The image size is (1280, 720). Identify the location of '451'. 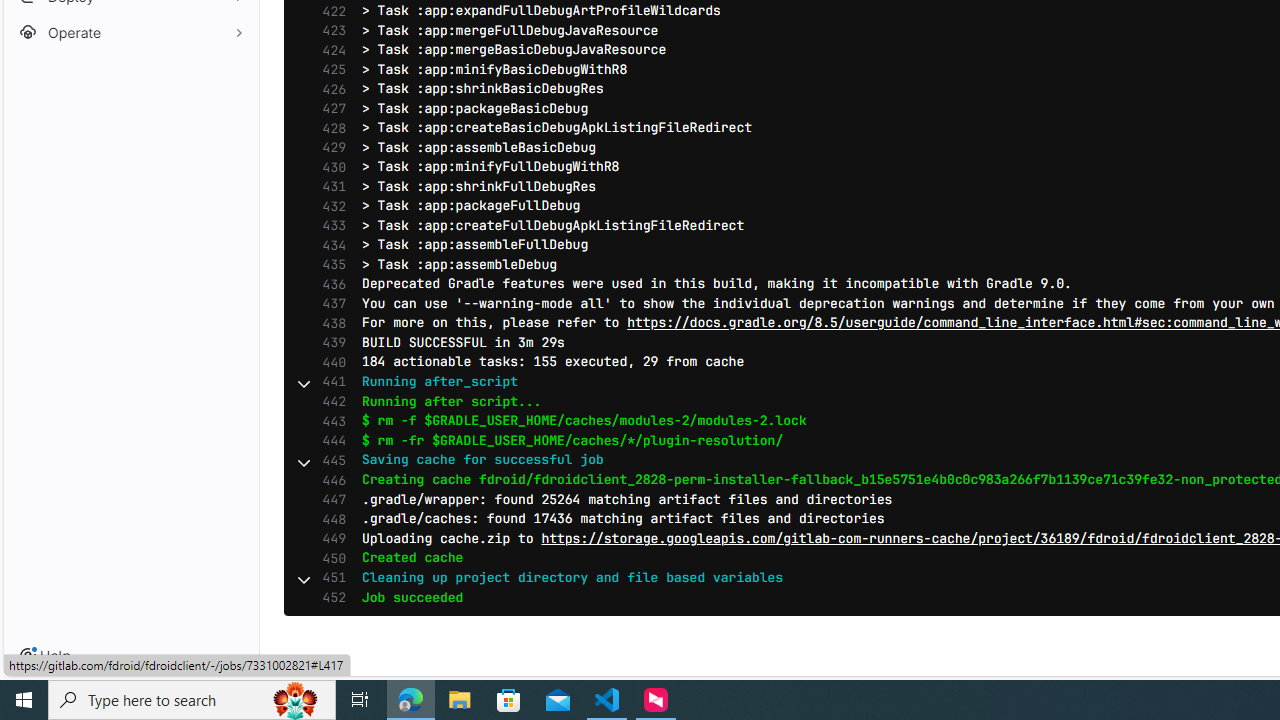
(329, 578).